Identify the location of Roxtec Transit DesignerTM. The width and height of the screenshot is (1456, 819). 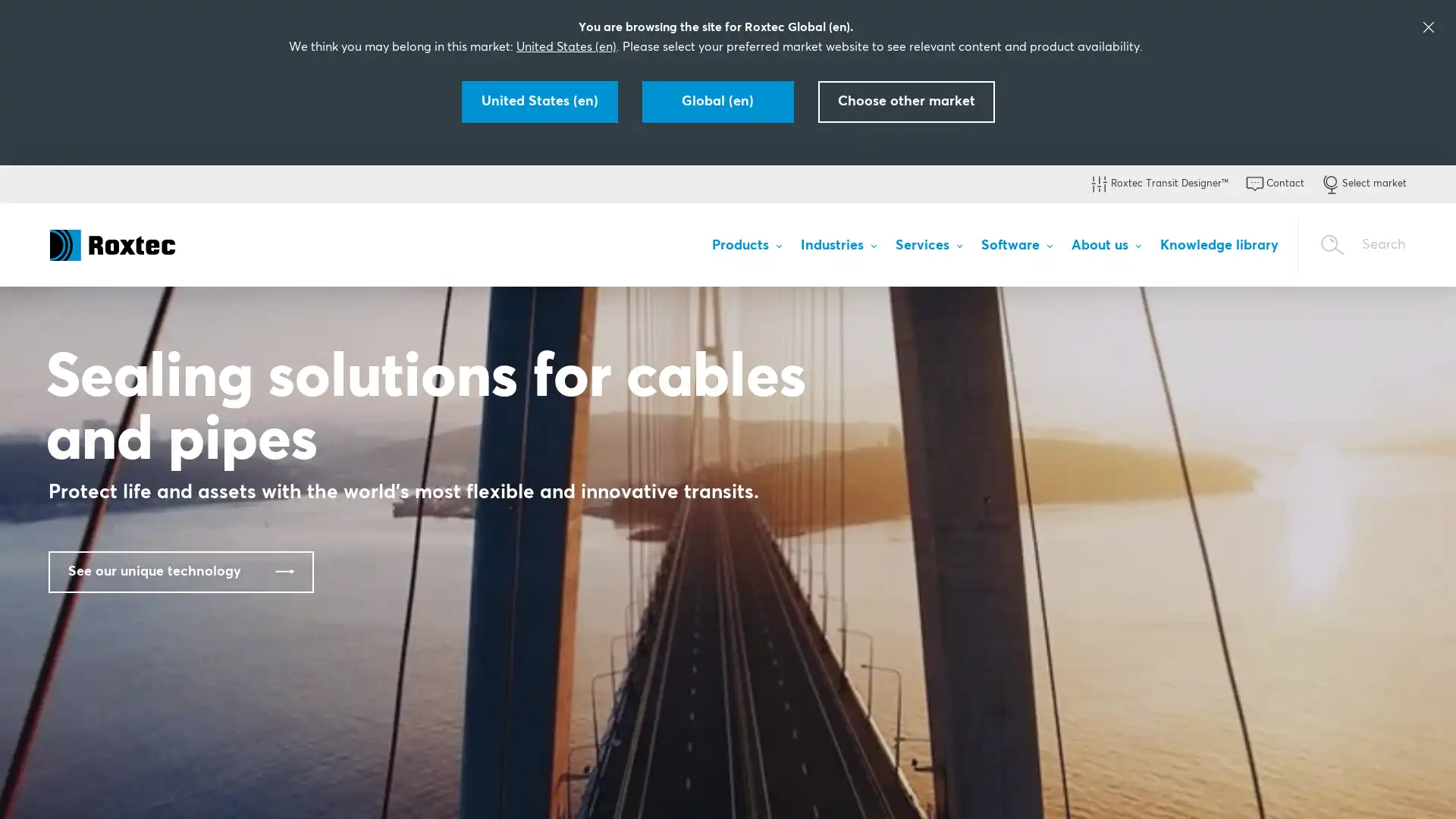
(1157, 184).